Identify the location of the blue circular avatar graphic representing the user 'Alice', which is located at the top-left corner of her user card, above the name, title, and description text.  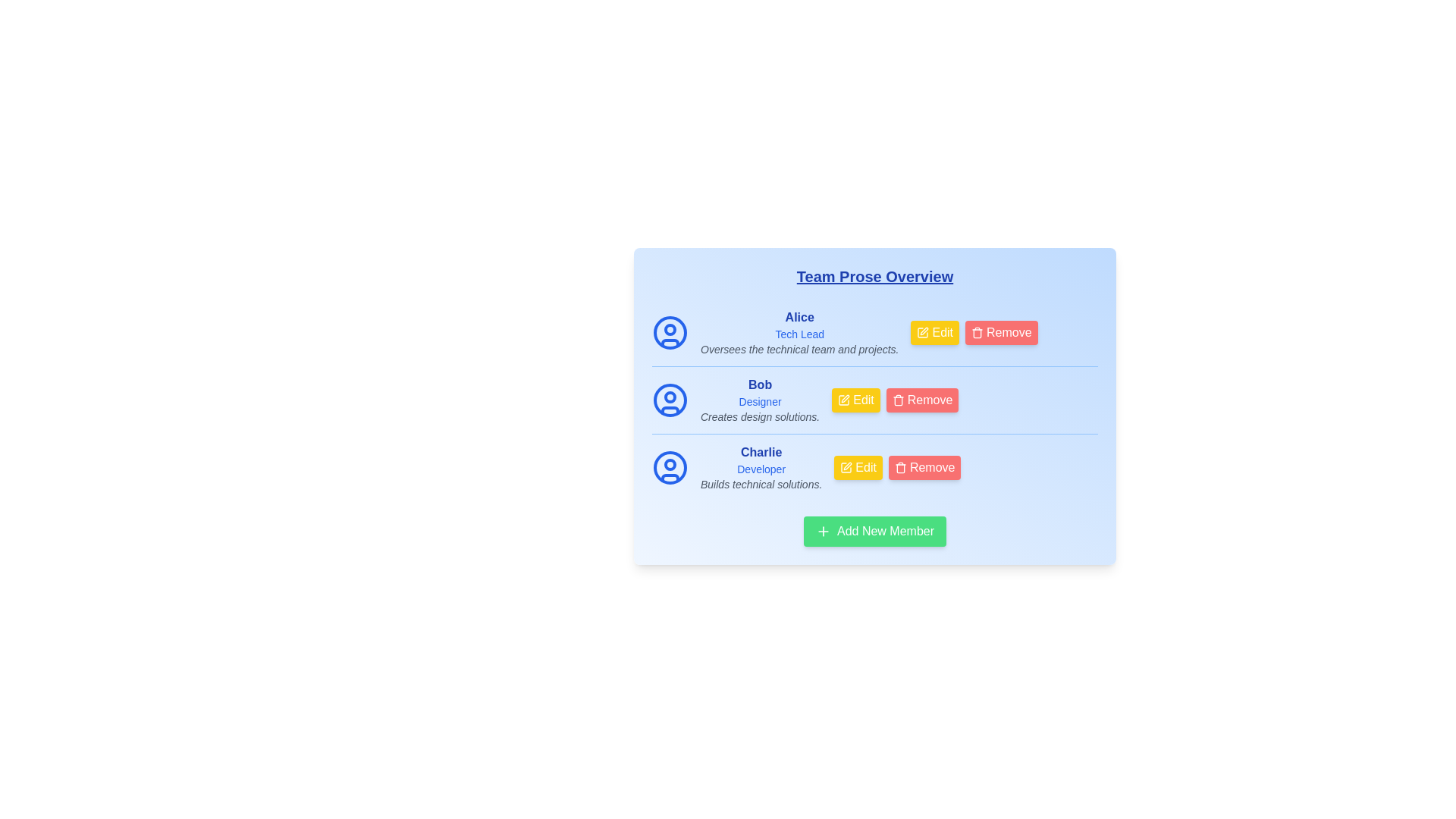
(669, 332).